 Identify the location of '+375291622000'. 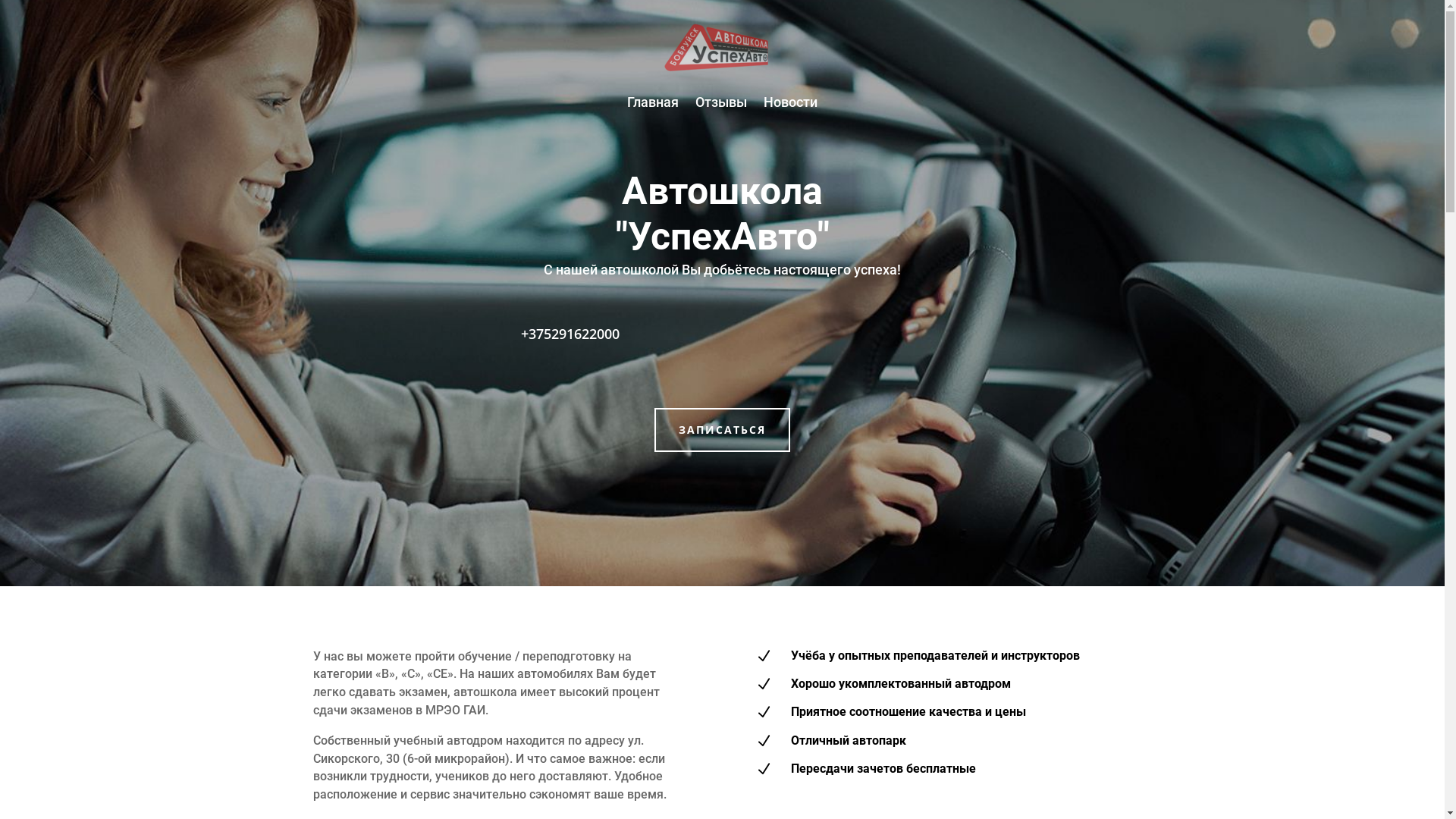
(570, 332).